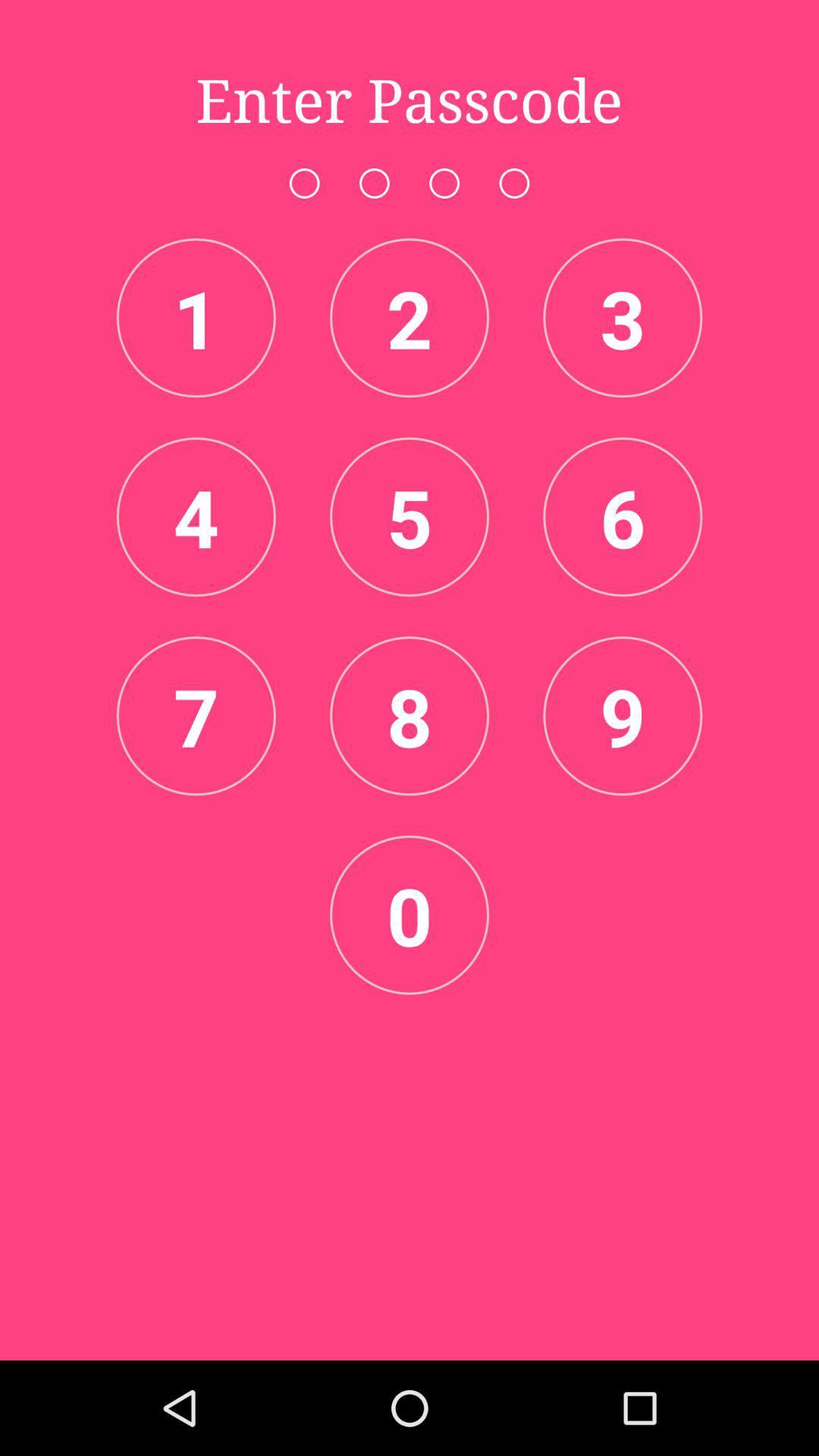 Image resolution: width=819 pixels, height=1456 pixels. Describe the element at coordinates (623, 715) in the screenshot. I see `icon next to the 8 item` at that location.